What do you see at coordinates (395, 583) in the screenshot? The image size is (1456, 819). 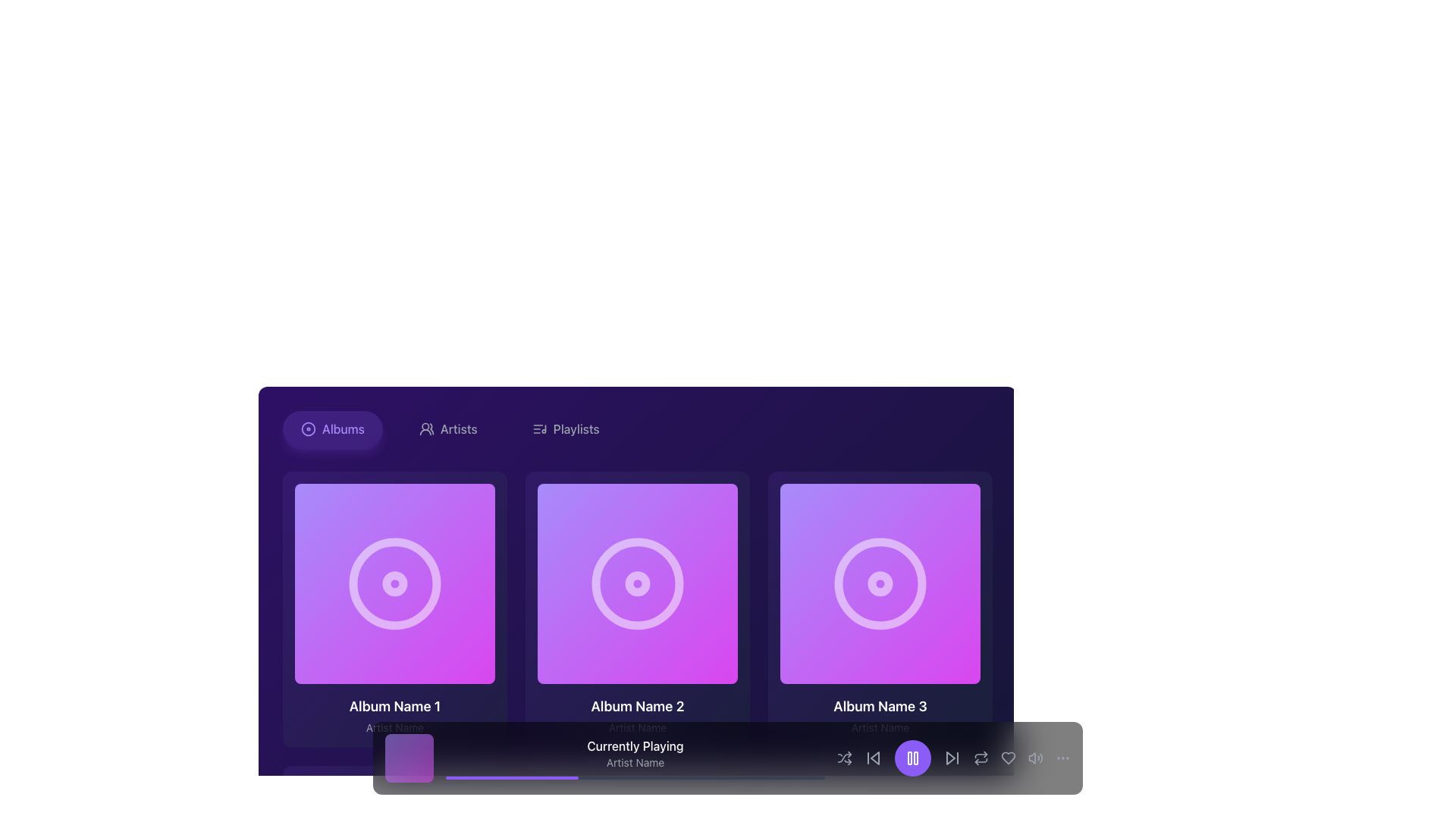 I see `the album cover element representing 'Album Name 1' and 'Artist Name'` at bounding box center [395, 583].